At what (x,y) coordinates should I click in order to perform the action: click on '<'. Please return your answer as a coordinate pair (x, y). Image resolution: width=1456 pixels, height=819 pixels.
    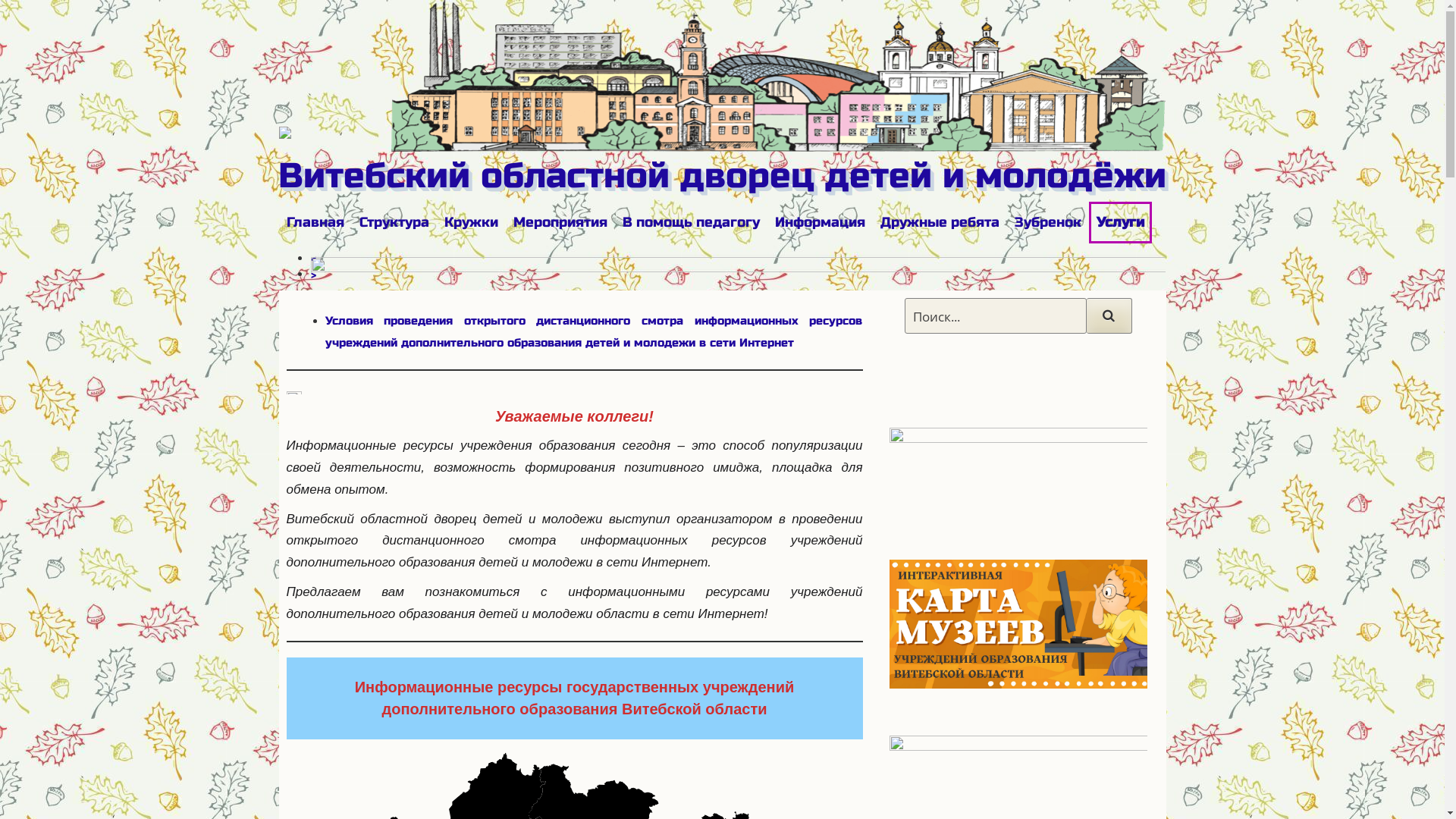
    Looking at the image, I should click on (312, 258).